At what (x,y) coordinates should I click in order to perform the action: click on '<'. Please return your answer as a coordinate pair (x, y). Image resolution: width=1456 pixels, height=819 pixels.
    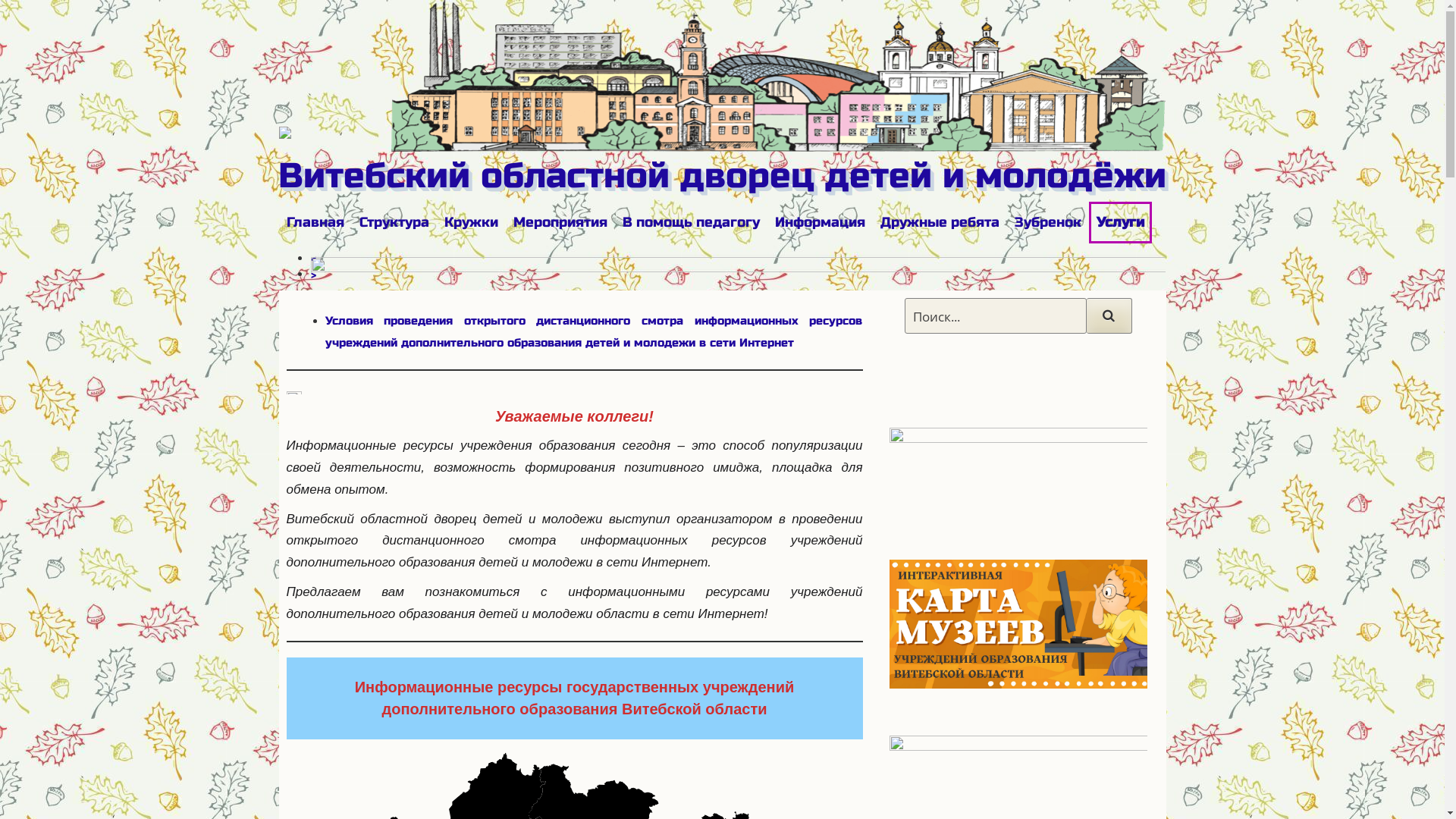
    Looking at the image, I should click on (312, 258).